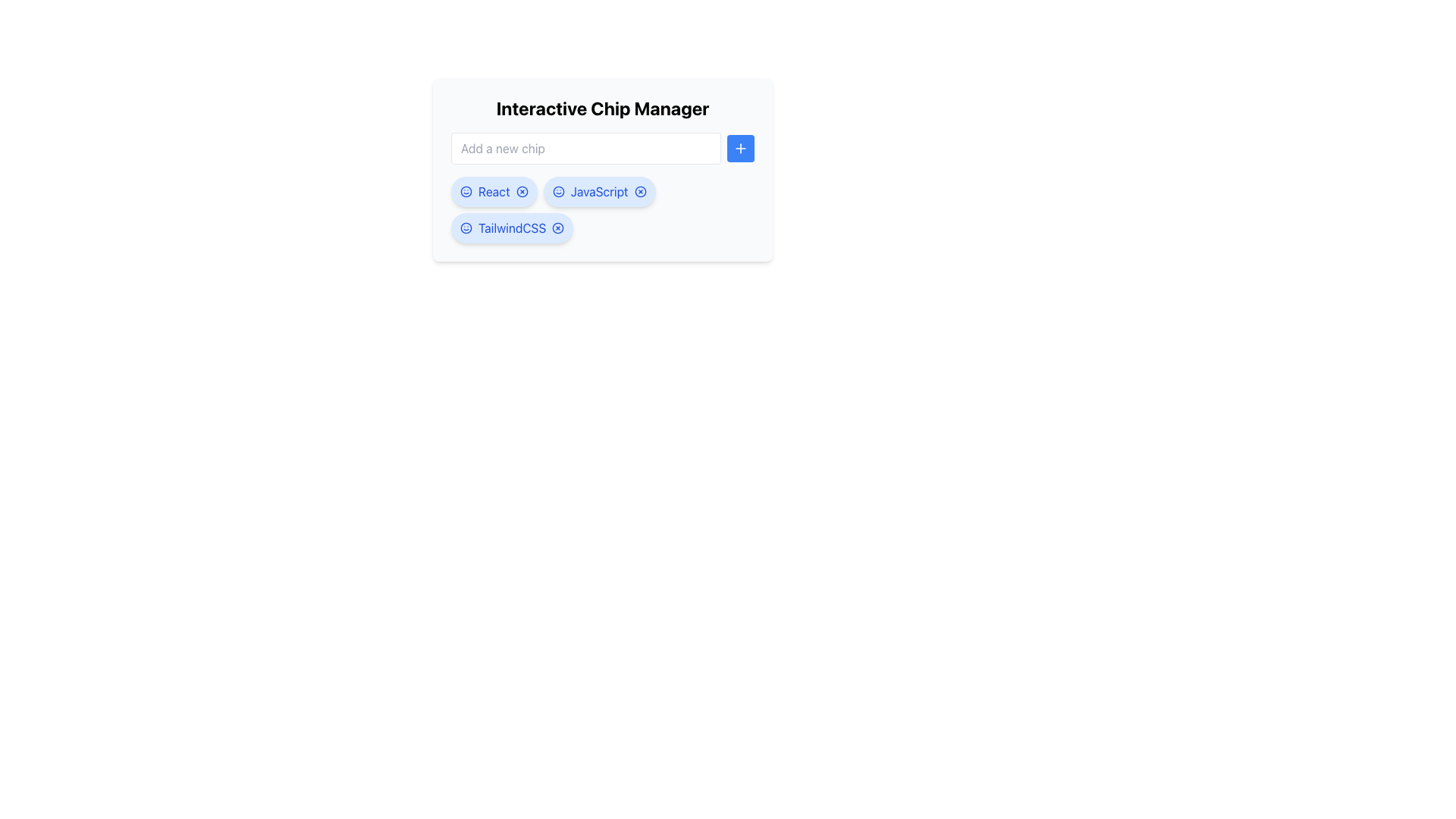 The width and height of the screenshot is (1456, 819). What do you see at coordinates (557, 227) in the screenshot?
I see `the center of the circular close icon button located at the far right of the 'TailwindCSS' chip` at bounding box center [557, 227].